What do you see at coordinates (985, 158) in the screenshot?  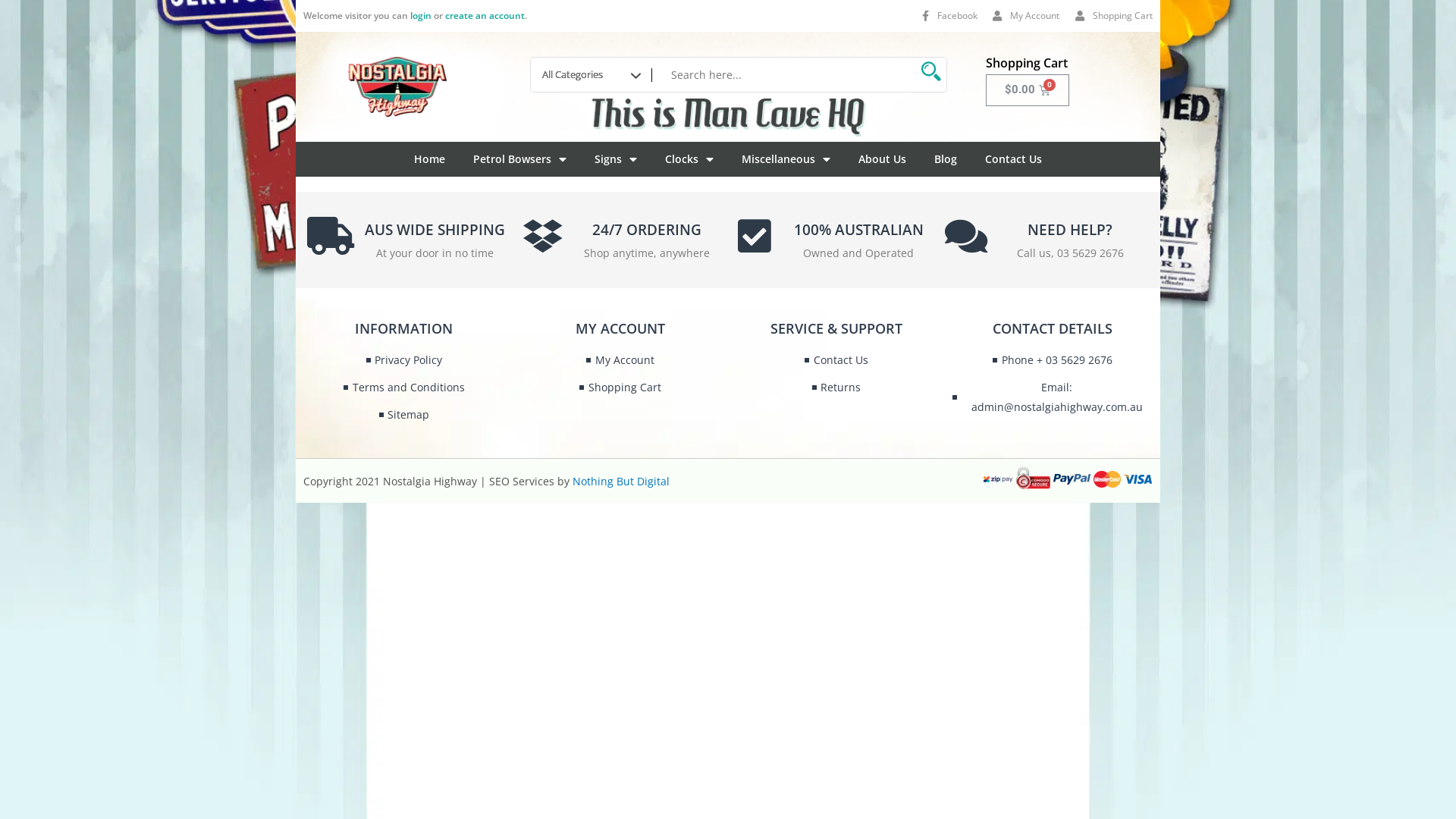 I see `'Contact Us'` at bounding box center [985, 158].